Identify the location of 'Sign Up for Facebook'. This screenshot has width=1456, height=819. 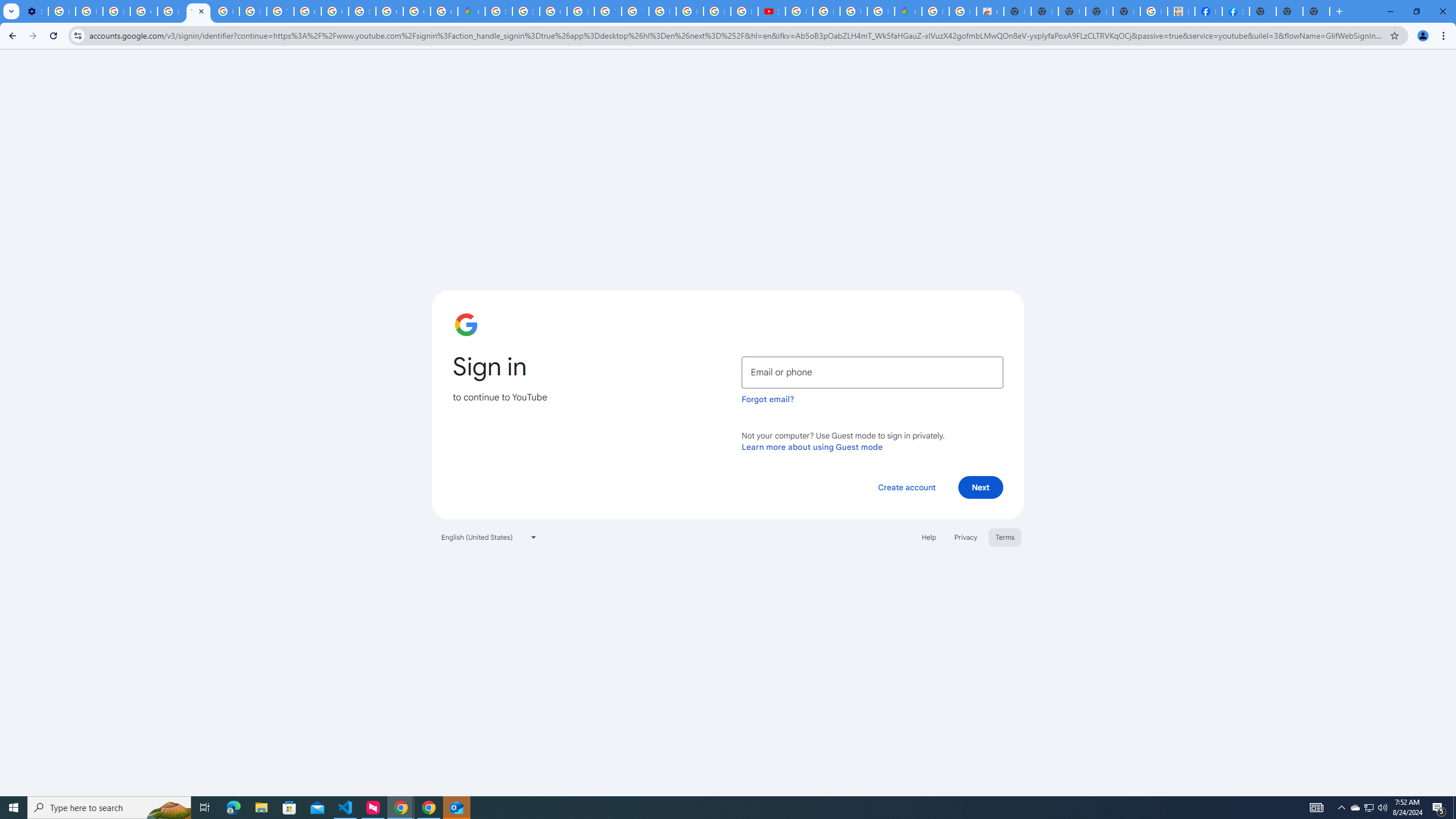
(1235, 11).